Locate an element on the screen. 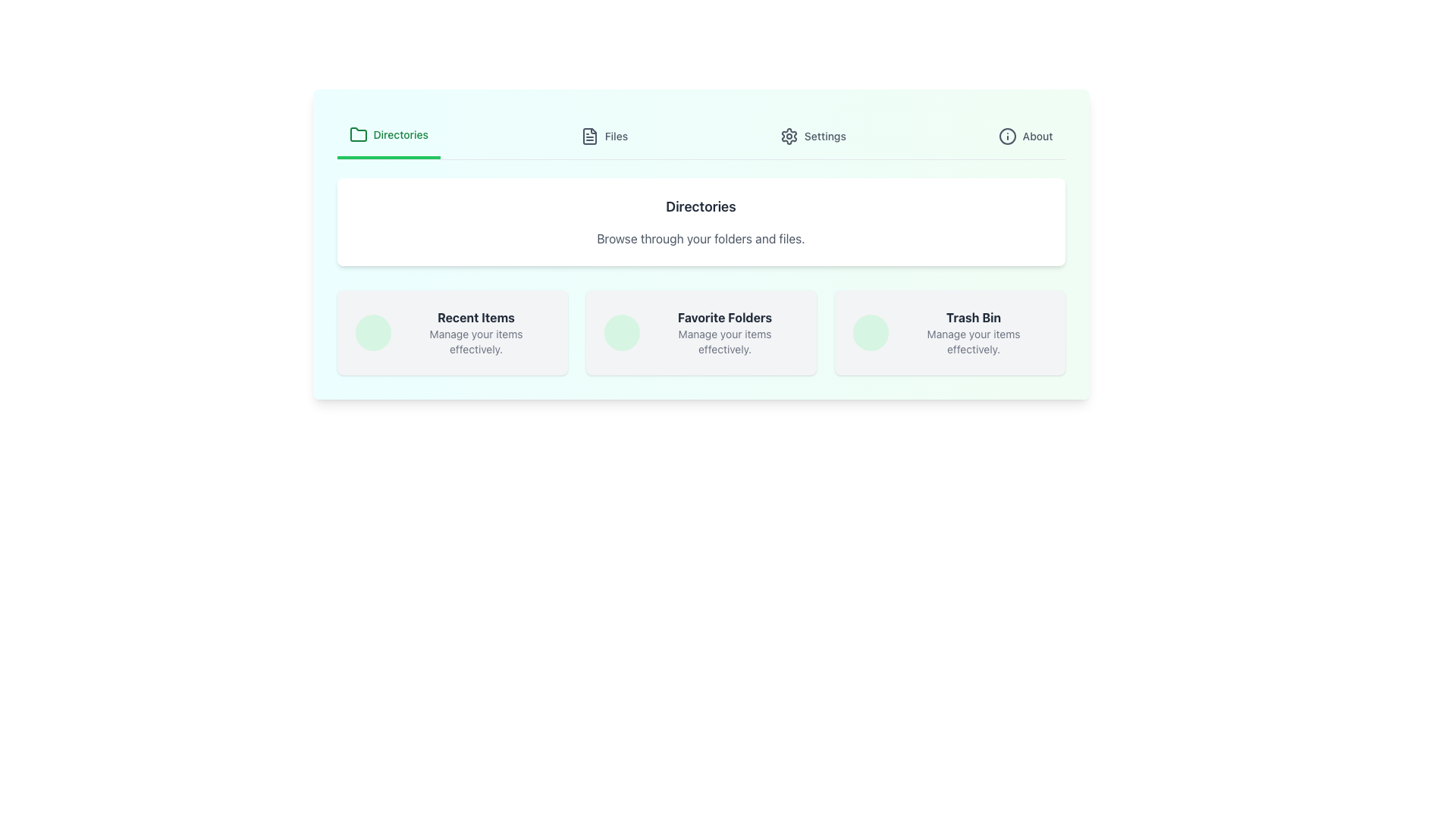  the static text label indicating the section for favorite folders to focus on it, as it is centrally positioned between 'Recent Items' and 'Trash Bin' is located at coordinates (723, 317).